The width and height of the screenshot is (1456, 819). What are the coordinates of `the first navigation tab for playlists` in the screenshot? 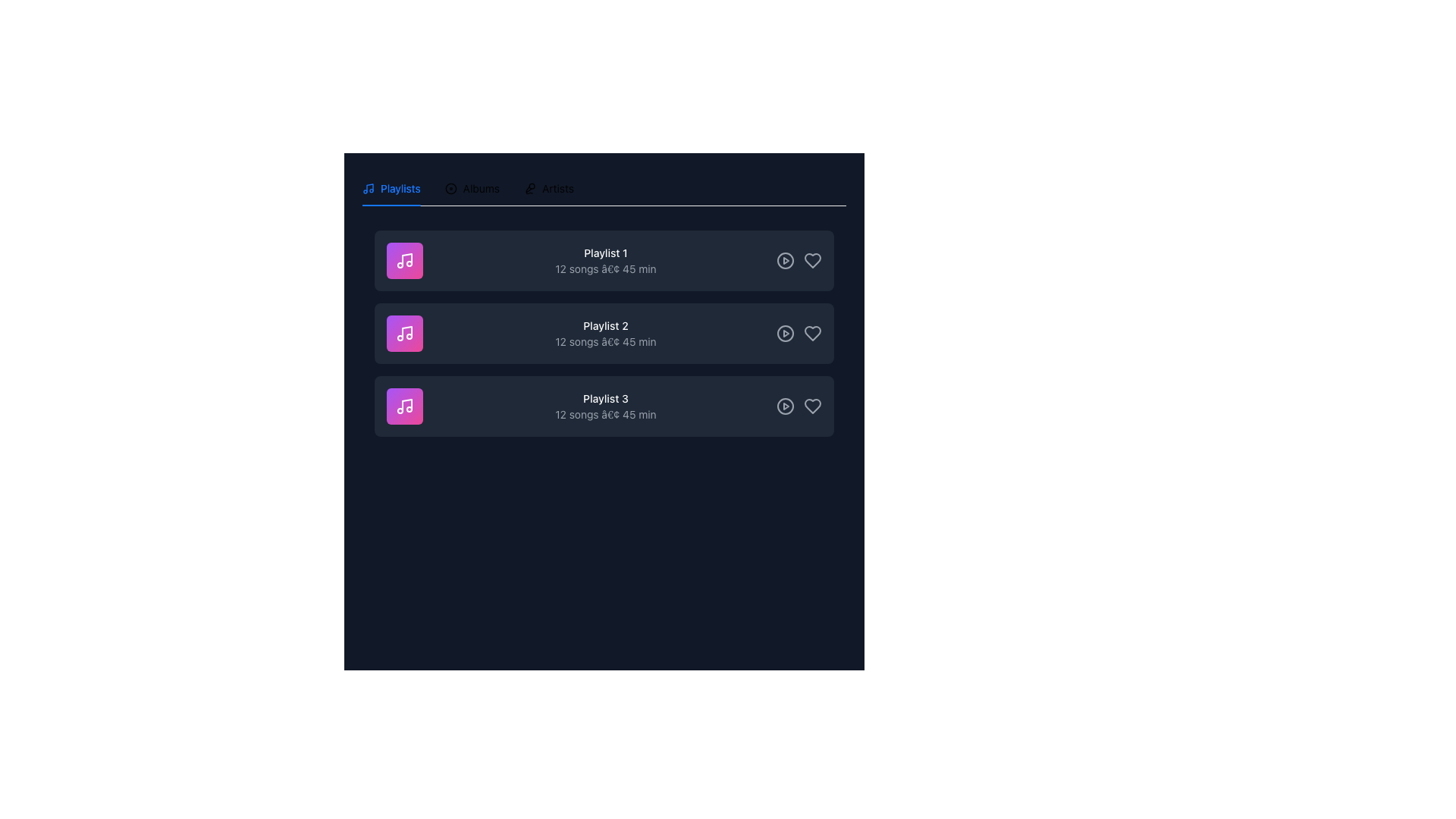 It's located at (391, 188).